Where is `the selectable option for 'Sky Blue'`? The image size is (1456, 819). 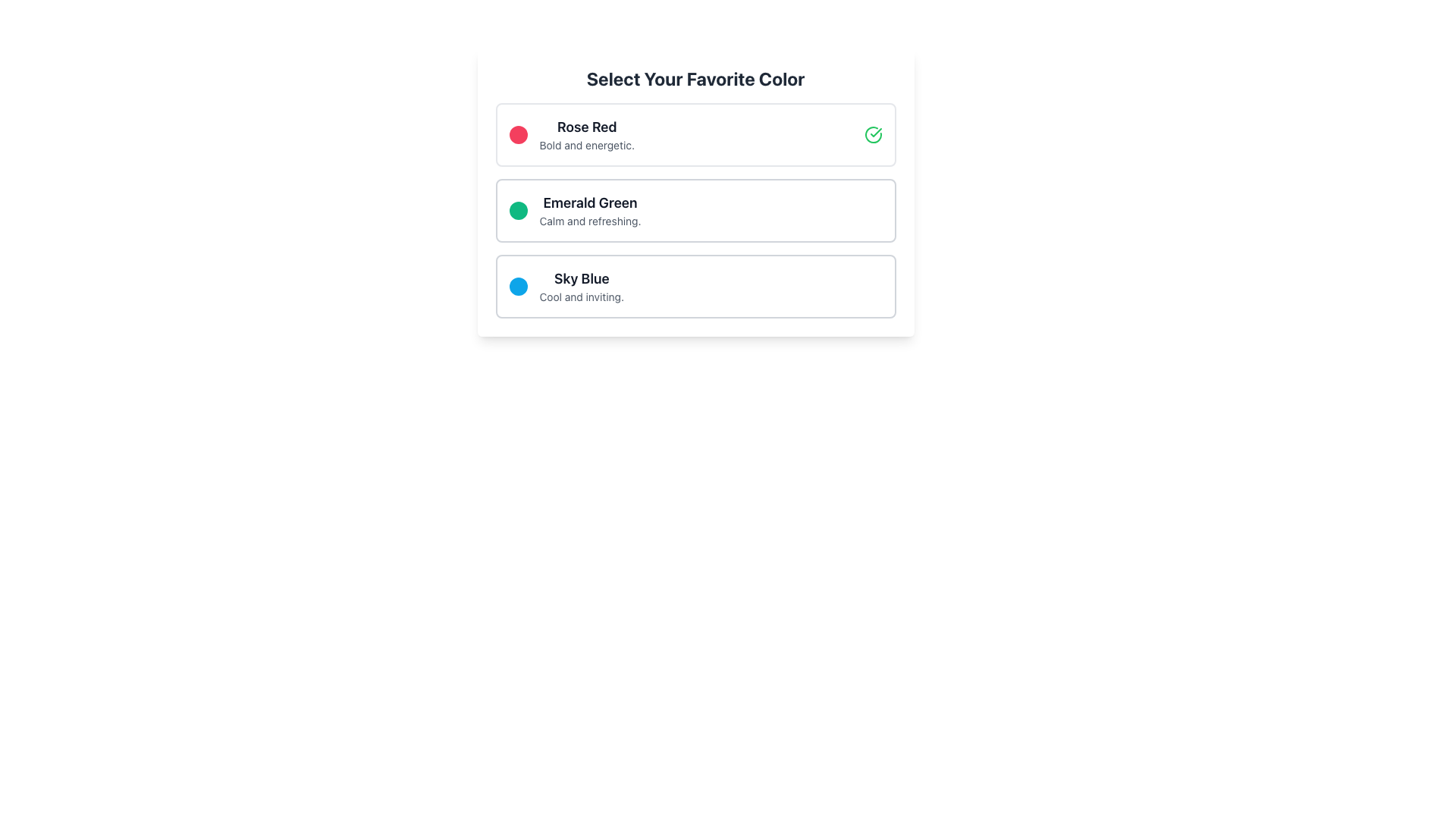
the selectable option for 'Sky Blue' is located at coordinates (695, 287).